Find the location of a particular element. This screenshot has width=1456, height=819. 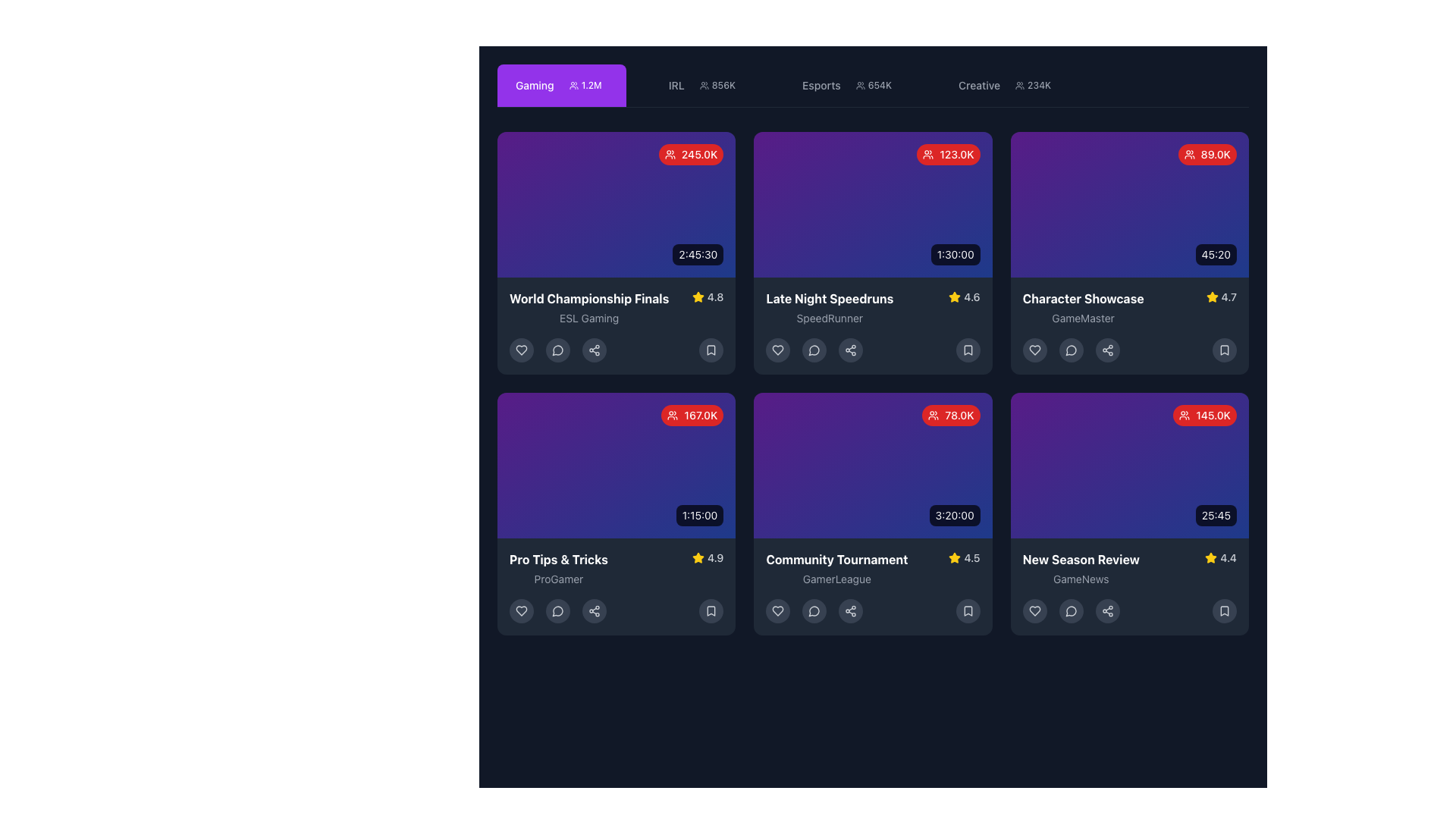

the second icon button in the control group below the 'Late Night Speedruns' card is located at coordinates (814, 350).